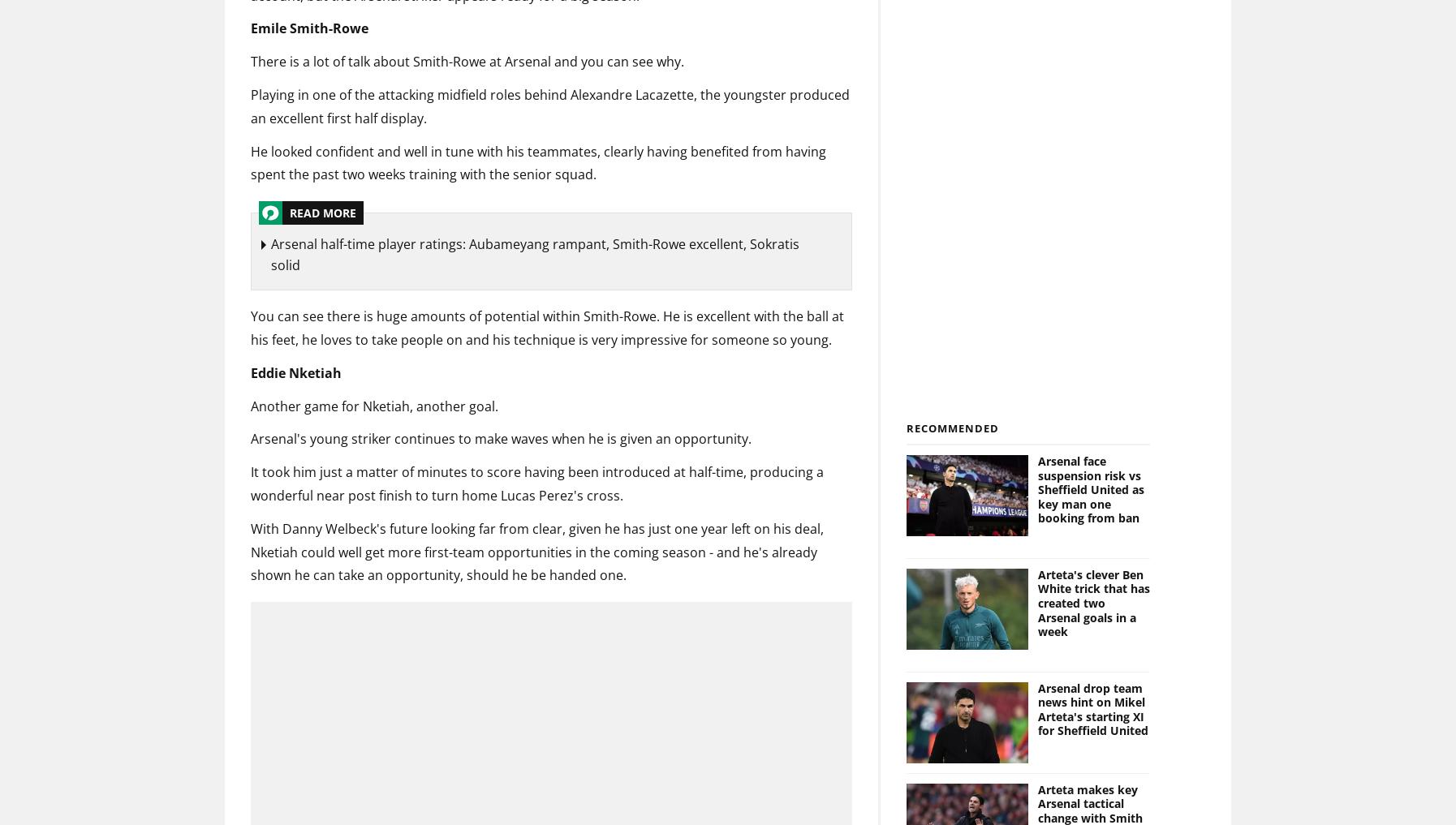 The width and height of the screenshot is (1456, 825). What do you see at coordinates (1089, 488) in the screenshot?
I see `'Arsenal face suspension risk vs Sheffield United as key man one booking from ban'` at bounding box center [1089, 488].